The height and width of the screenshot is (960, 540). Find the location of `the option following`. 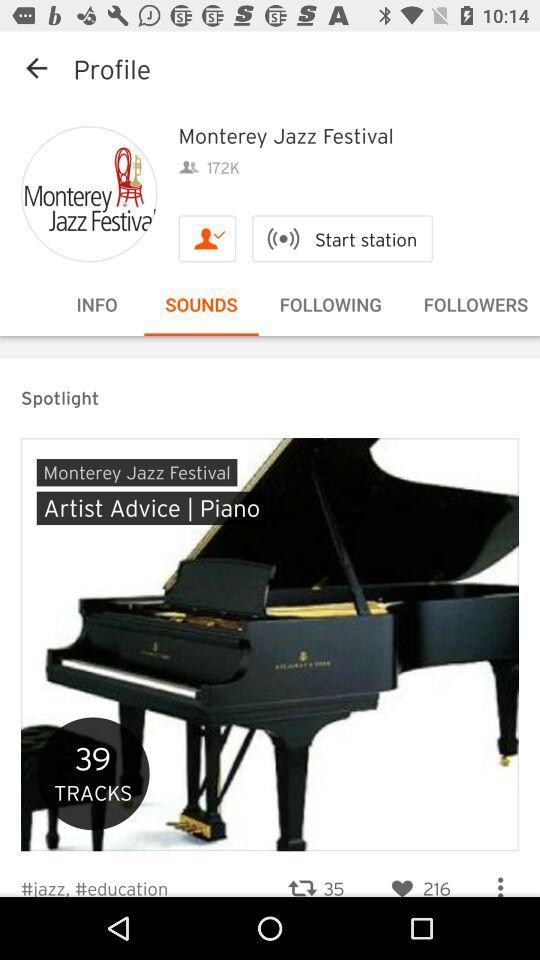

the option following is located at coordinates (331, 304).